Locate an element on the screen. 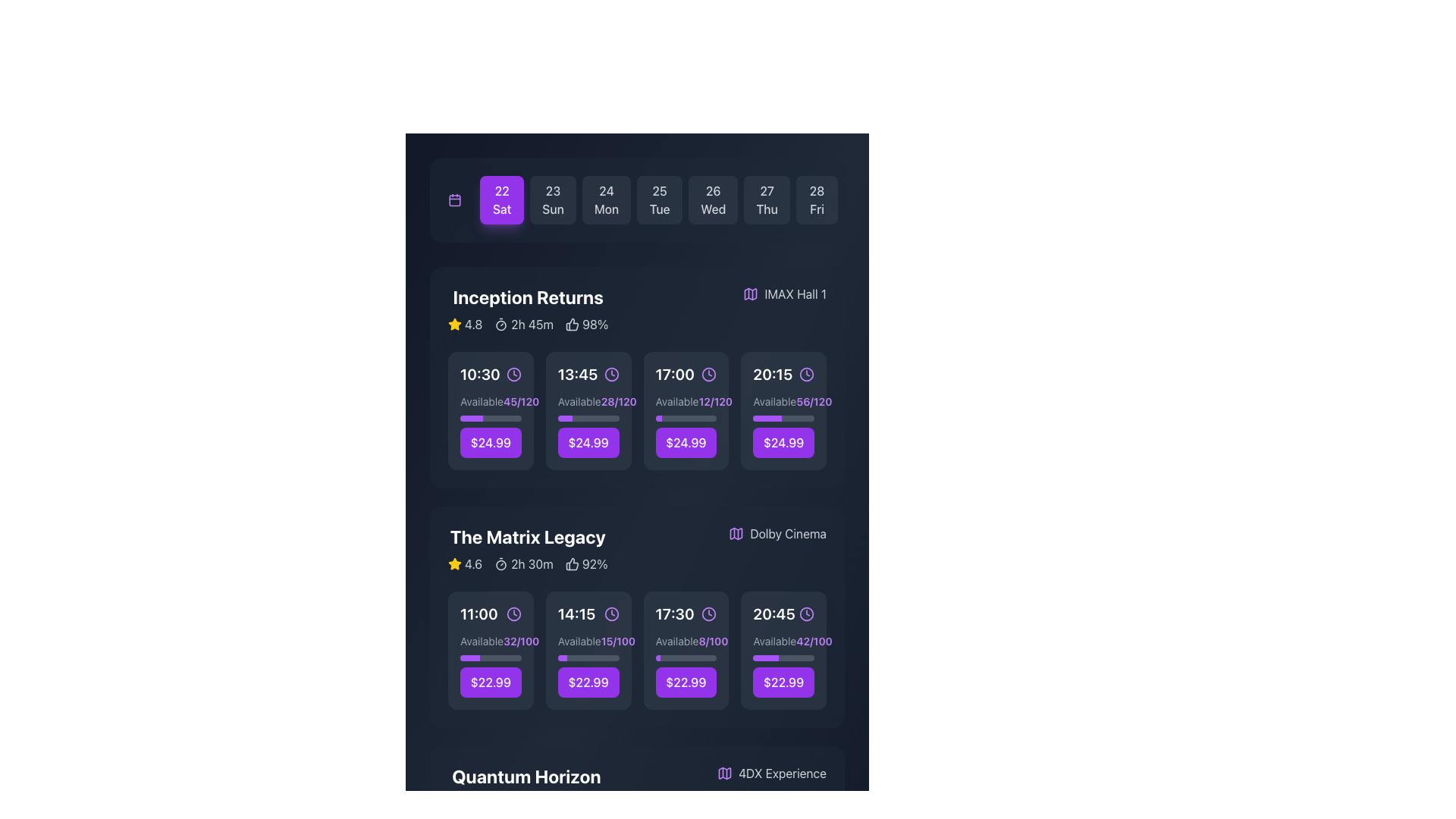  the circular outline of the clock icon located to the right of the '11:00' text in the second movie section for 'The Matrix Legacy' is located at coordinates (513, 614).